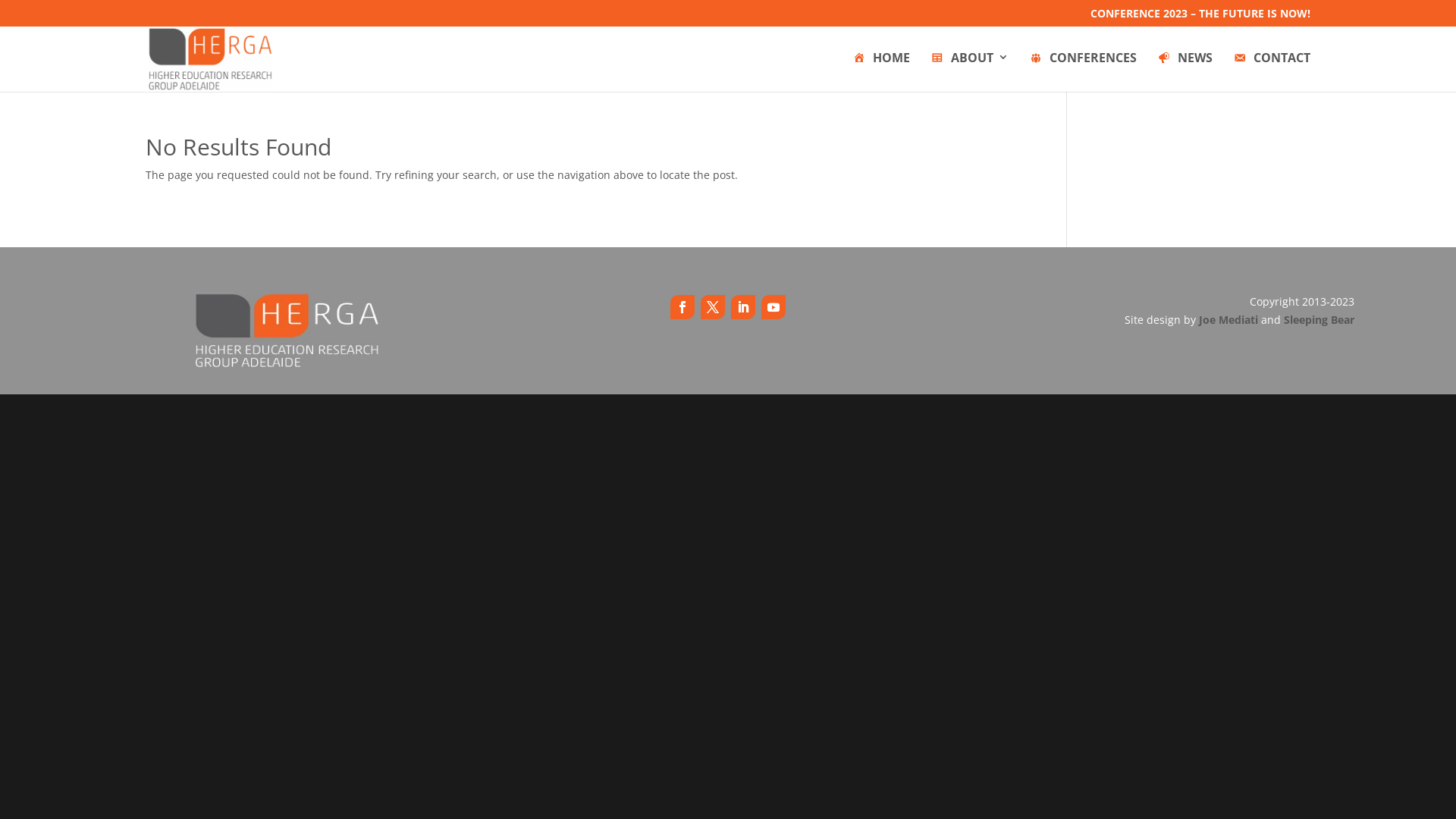 The height and width of the screenshot is (819, 1456). I want to click on 'CONTACT', so click(1232, 71).